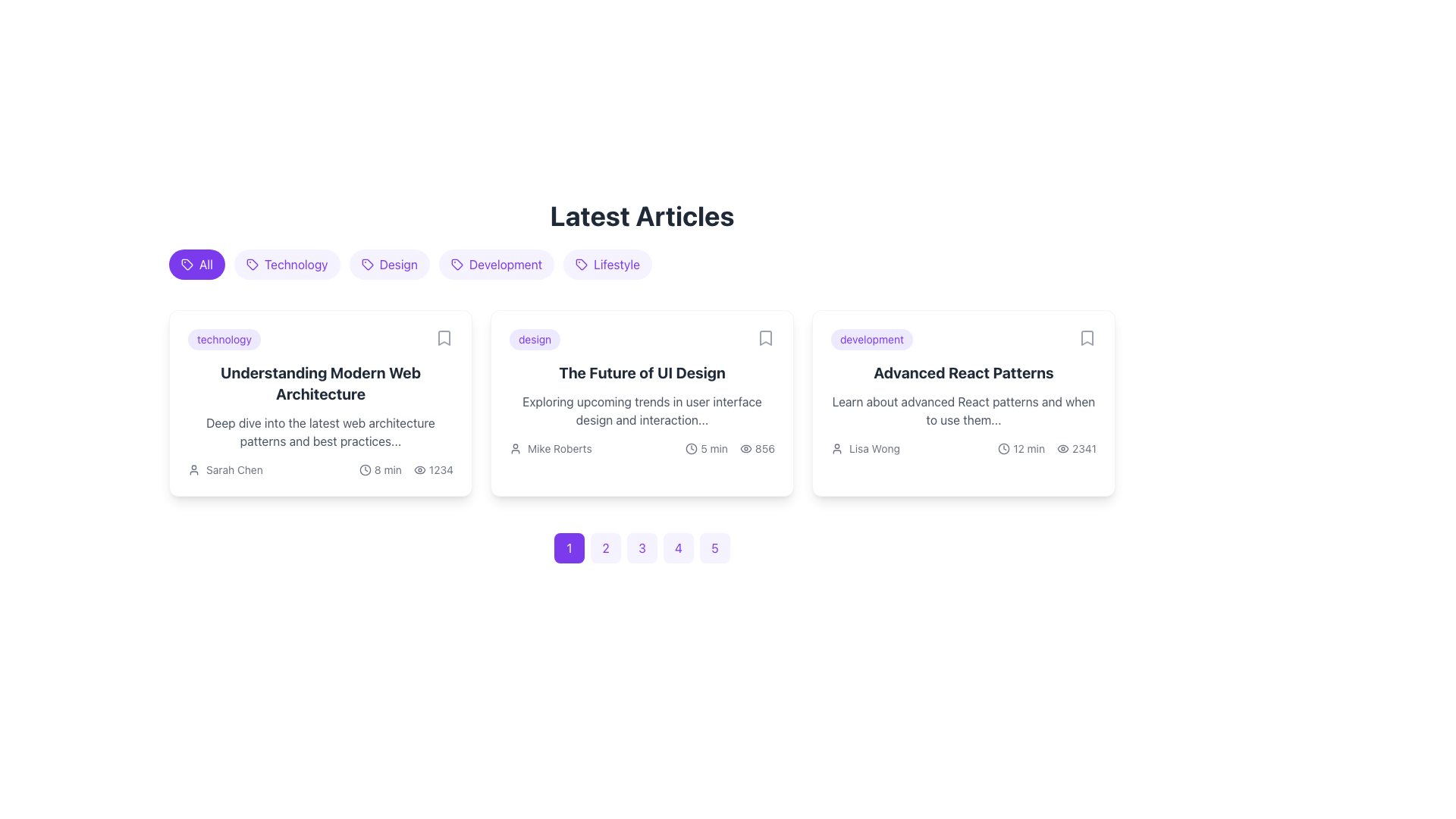 This screenshot has width=1456, height=819. I want to click on text of the bold header titled 'Latest Articles' located at the top of the content section, so click(642, 216).